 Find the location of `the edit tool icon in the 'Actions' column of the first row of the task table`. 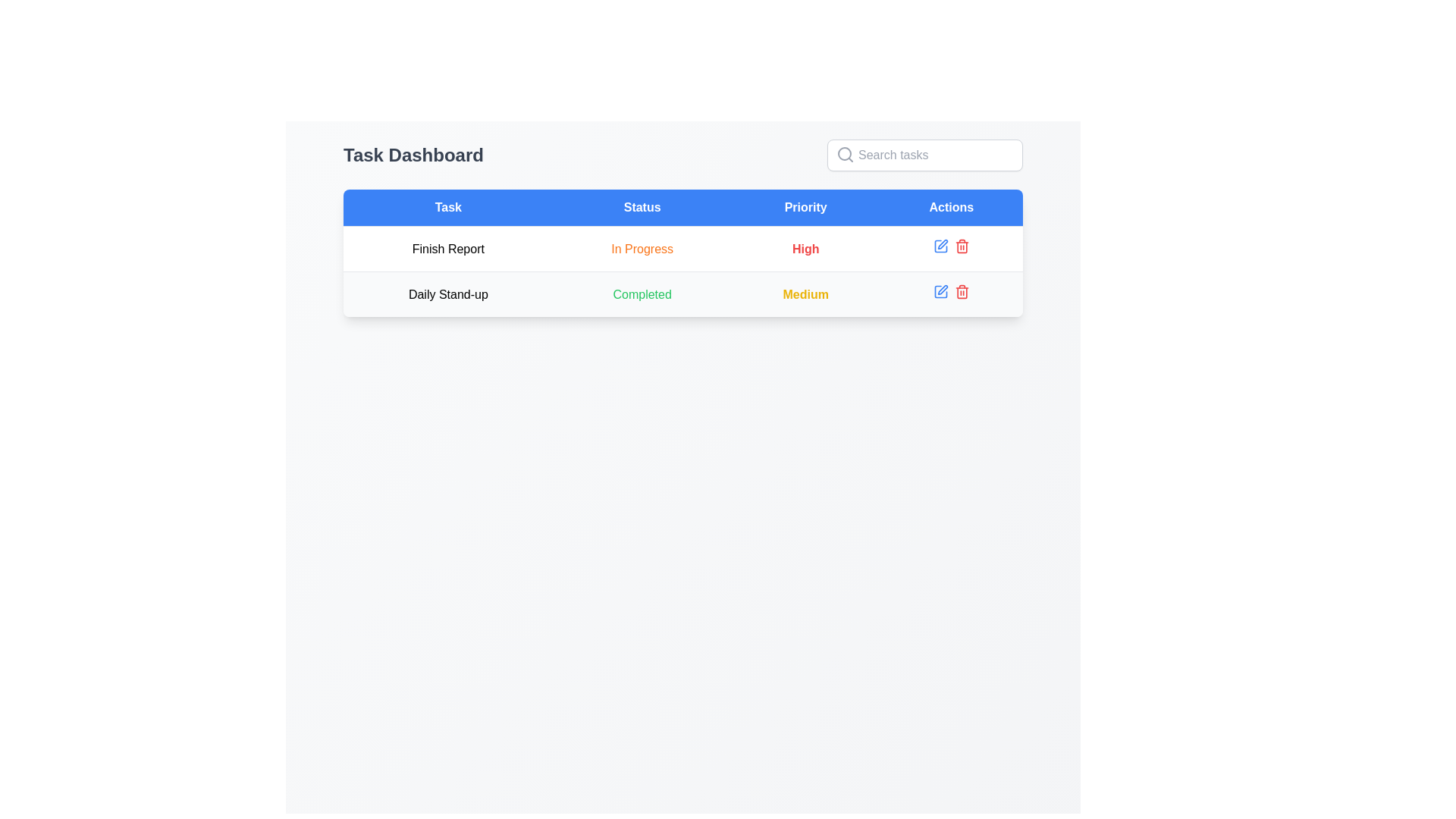

the edit tool icon in the 'Actions' column of the first row of the task table is located at coordinates (940, 245).